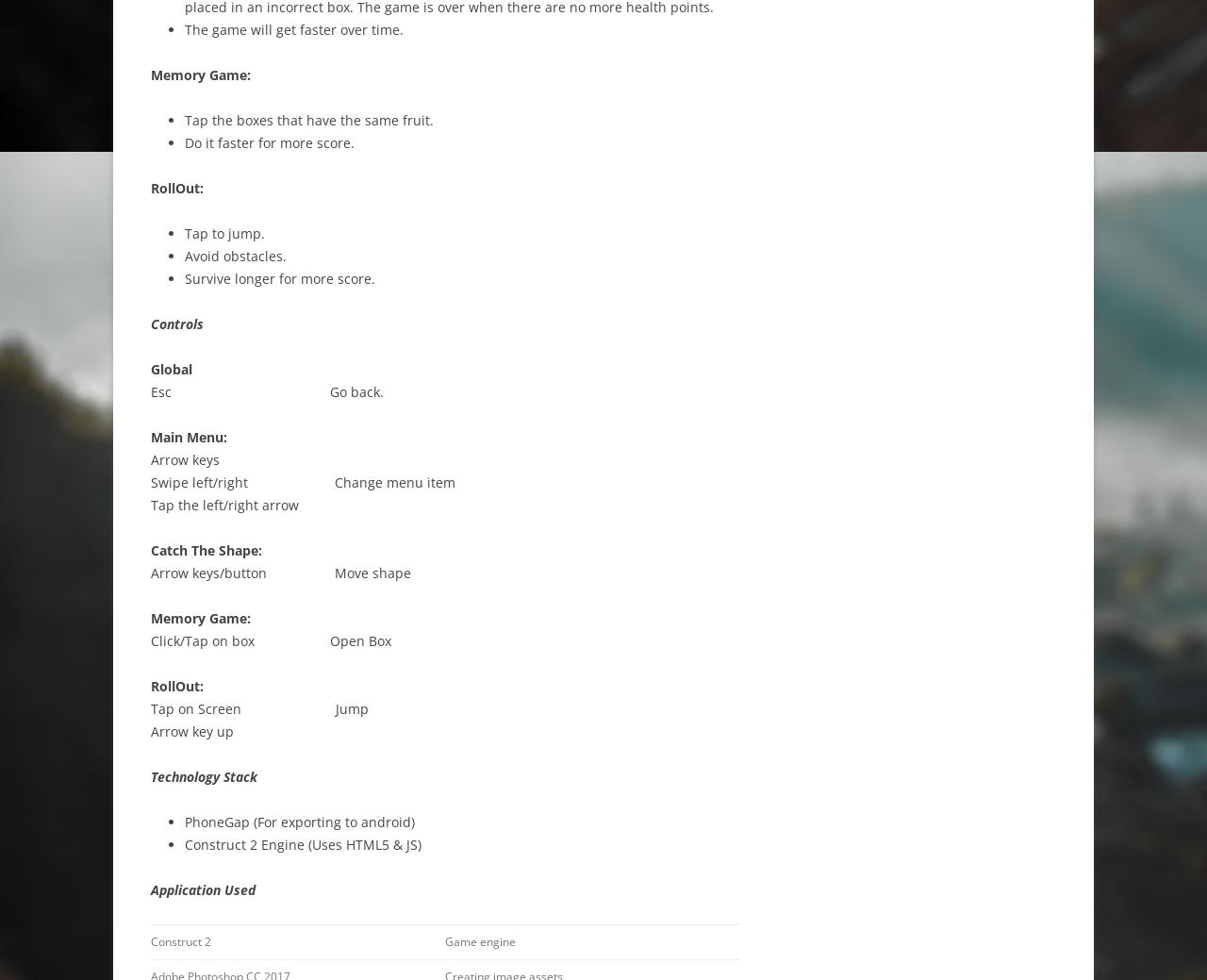  Describe the element at coordinates (151, 573) in the screenshot. I see `'Arrow keys/button                  Move shape'` at that location.